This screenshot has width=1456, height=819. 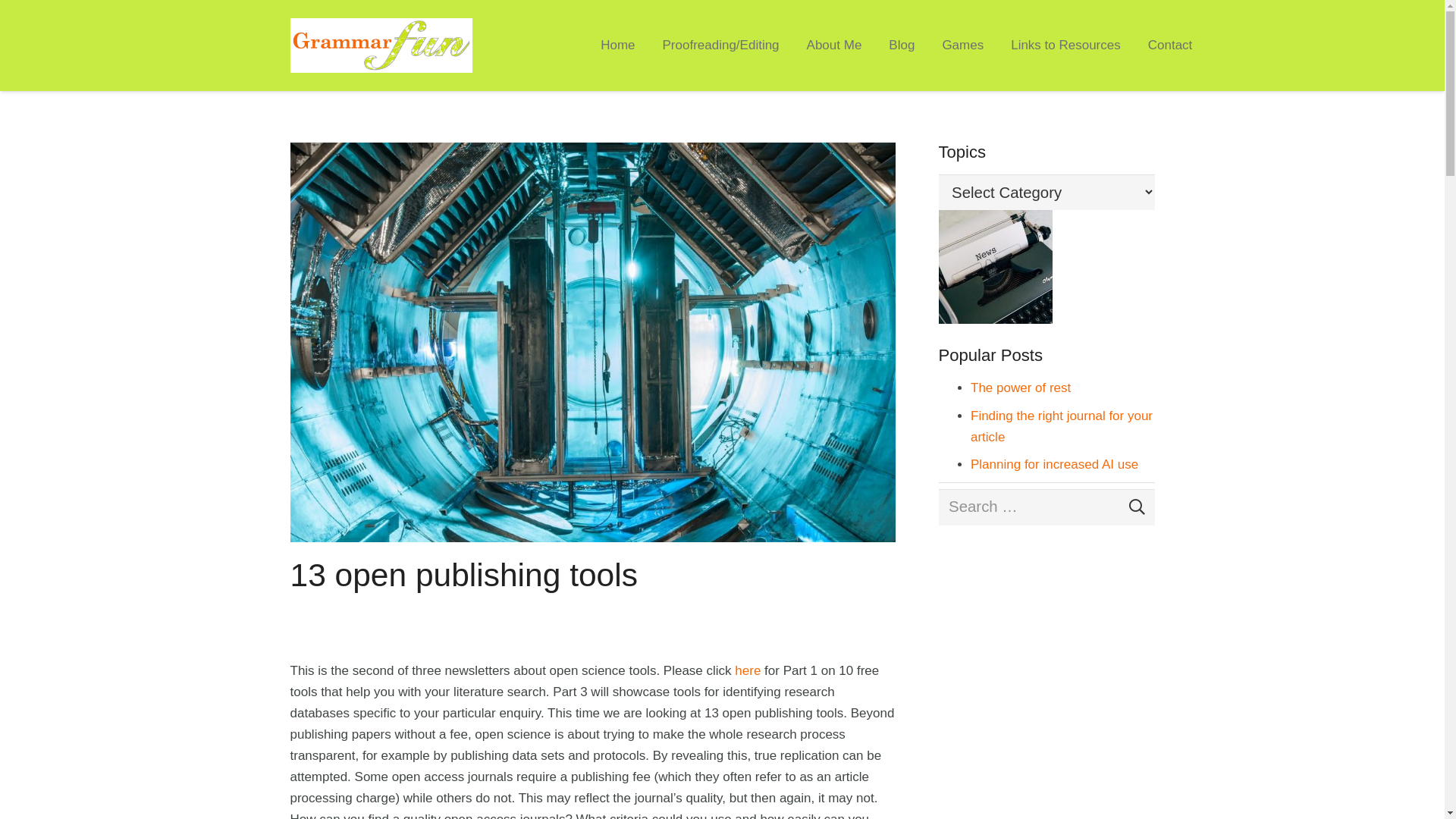 I want to click on 'Contact', so click(x=1169, y=45).